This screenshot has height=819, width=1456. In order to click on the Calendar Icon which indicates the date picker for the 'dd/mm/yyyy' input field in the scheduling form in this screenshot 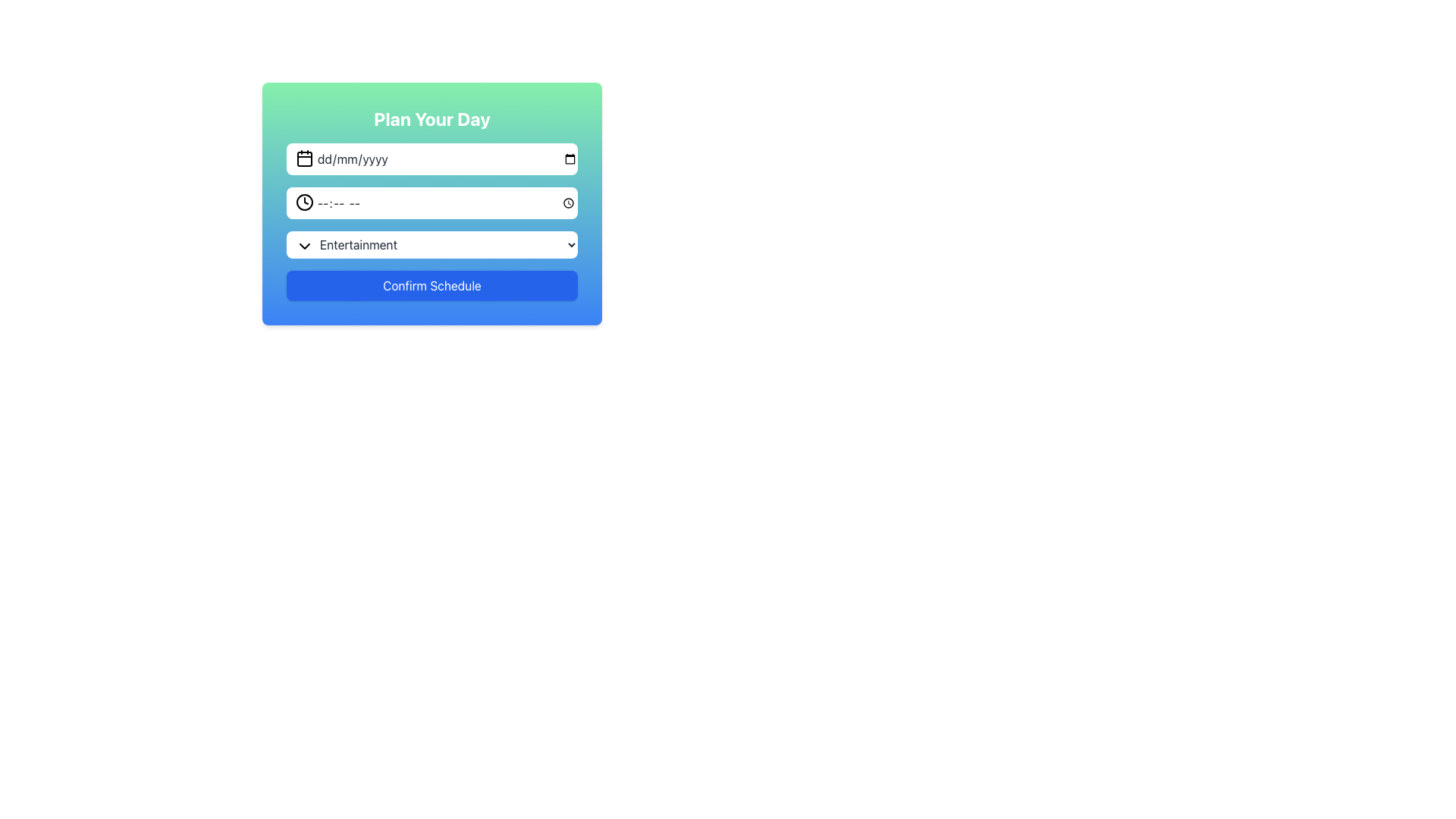, I will do `click(304, 158)`.